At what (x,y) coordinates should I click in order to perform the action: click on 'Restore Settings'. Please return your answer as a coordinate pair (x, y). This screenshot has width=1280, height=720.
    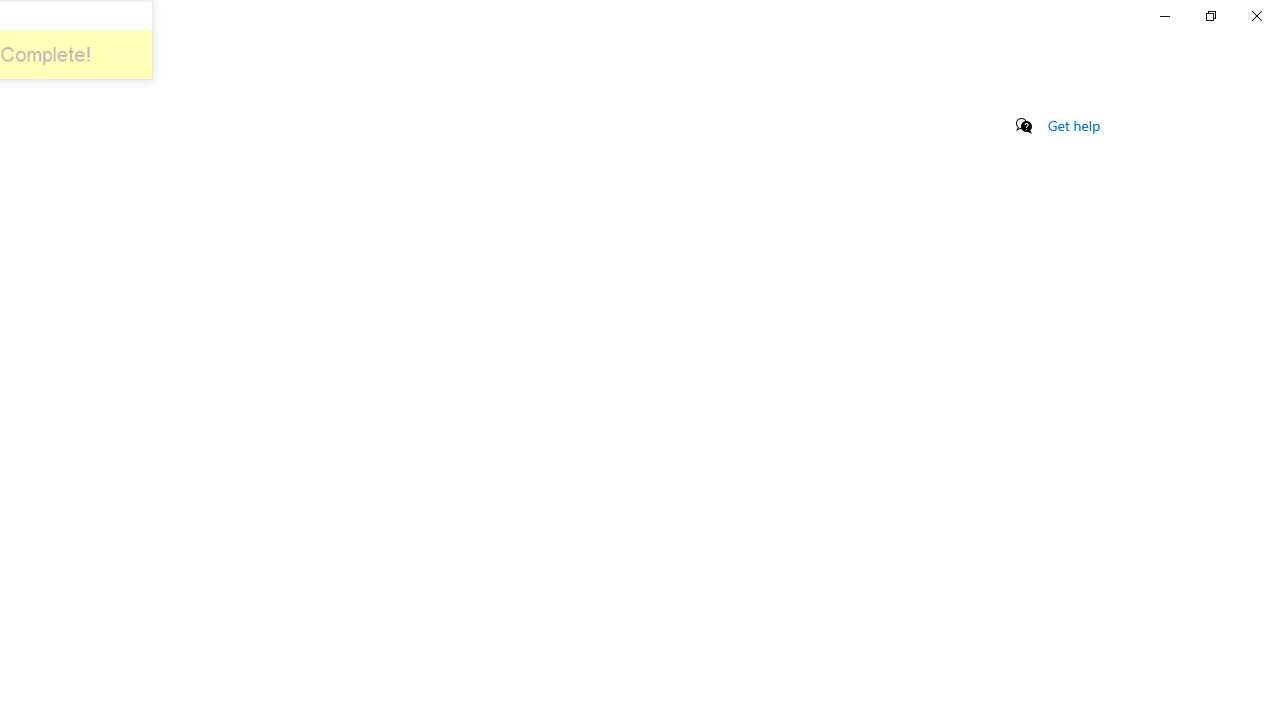
    Looking at the image, I should click on (1209, 15).